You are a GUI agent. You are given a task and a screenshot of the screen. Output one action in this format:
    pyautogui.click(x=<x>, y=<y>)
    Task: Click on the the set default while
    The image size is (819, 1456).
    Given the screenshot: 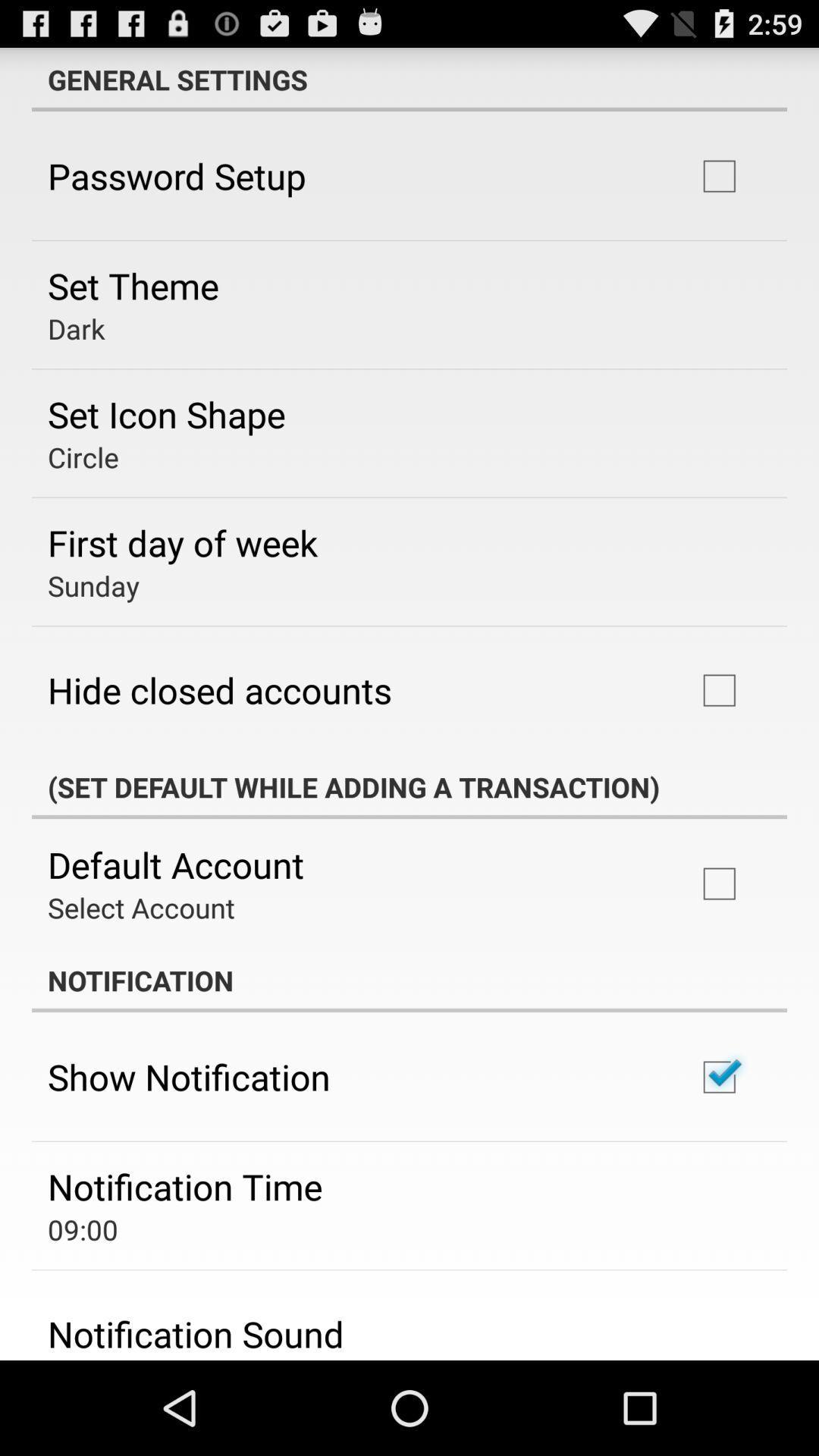 What is the action you would take?
    pyautogui.click(x=409, y=786)
    